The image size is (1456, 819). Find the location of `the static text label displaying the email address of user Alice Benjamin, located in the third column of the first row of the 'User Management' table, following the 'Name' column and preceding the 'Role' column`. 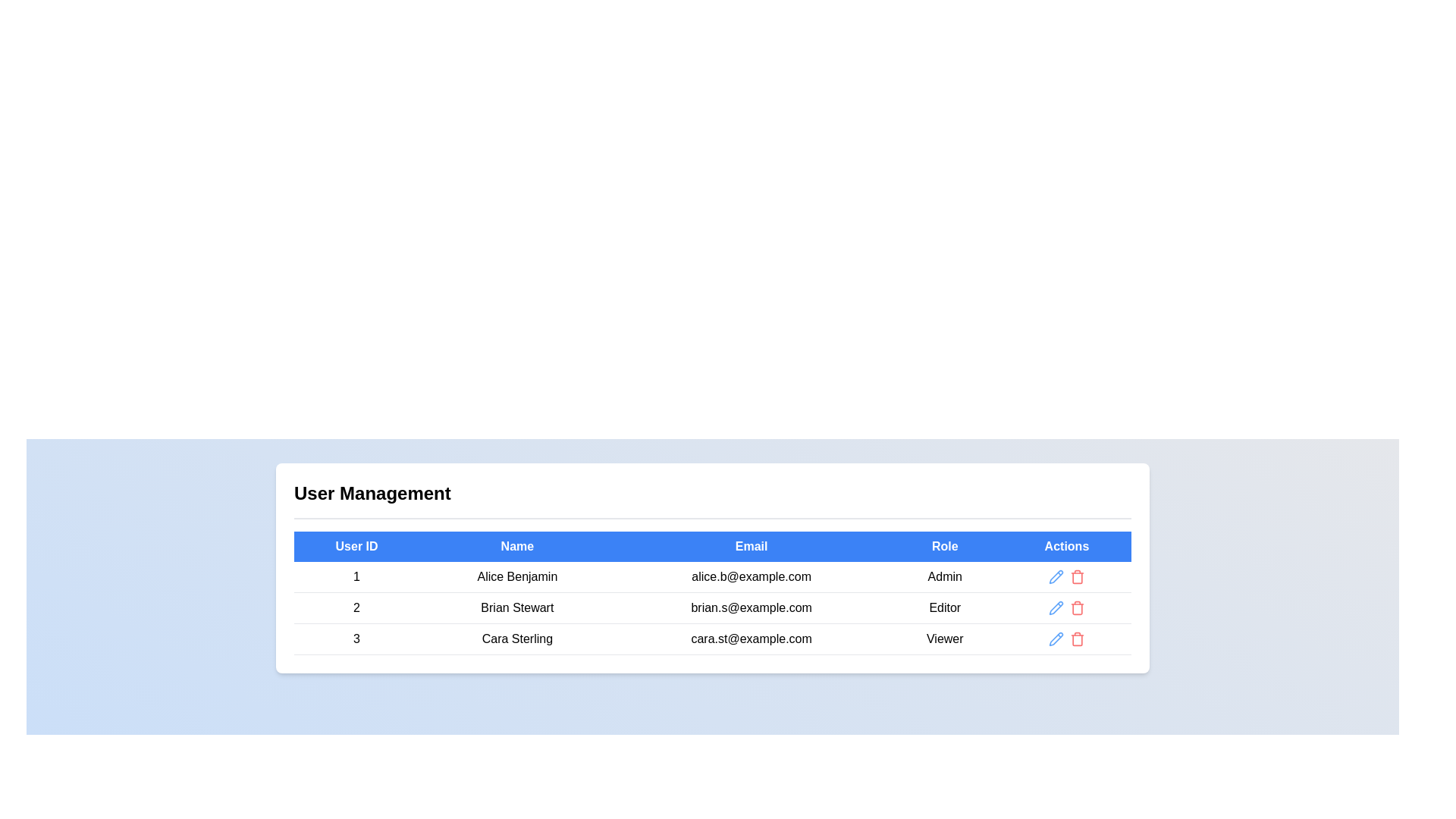

the static text label displaying the email address of user Alice Benjamin, located in the third column of the first row of the 'User Management' table, following the 'Name' column and preceding the 'Role' column is located at coordinates (752, 577).